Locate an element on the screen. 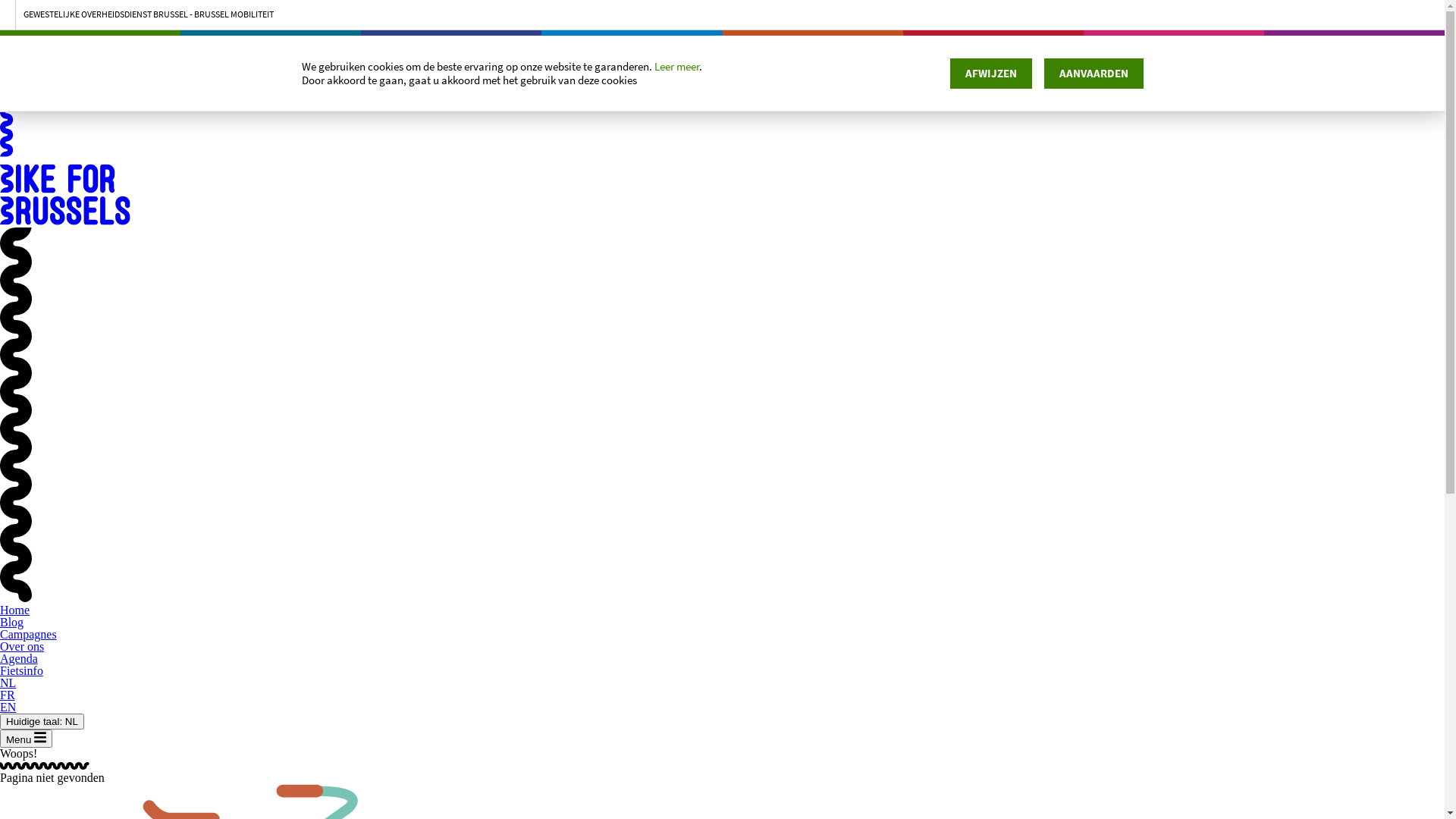  'Over ons' is located at coordinates (21, 646).